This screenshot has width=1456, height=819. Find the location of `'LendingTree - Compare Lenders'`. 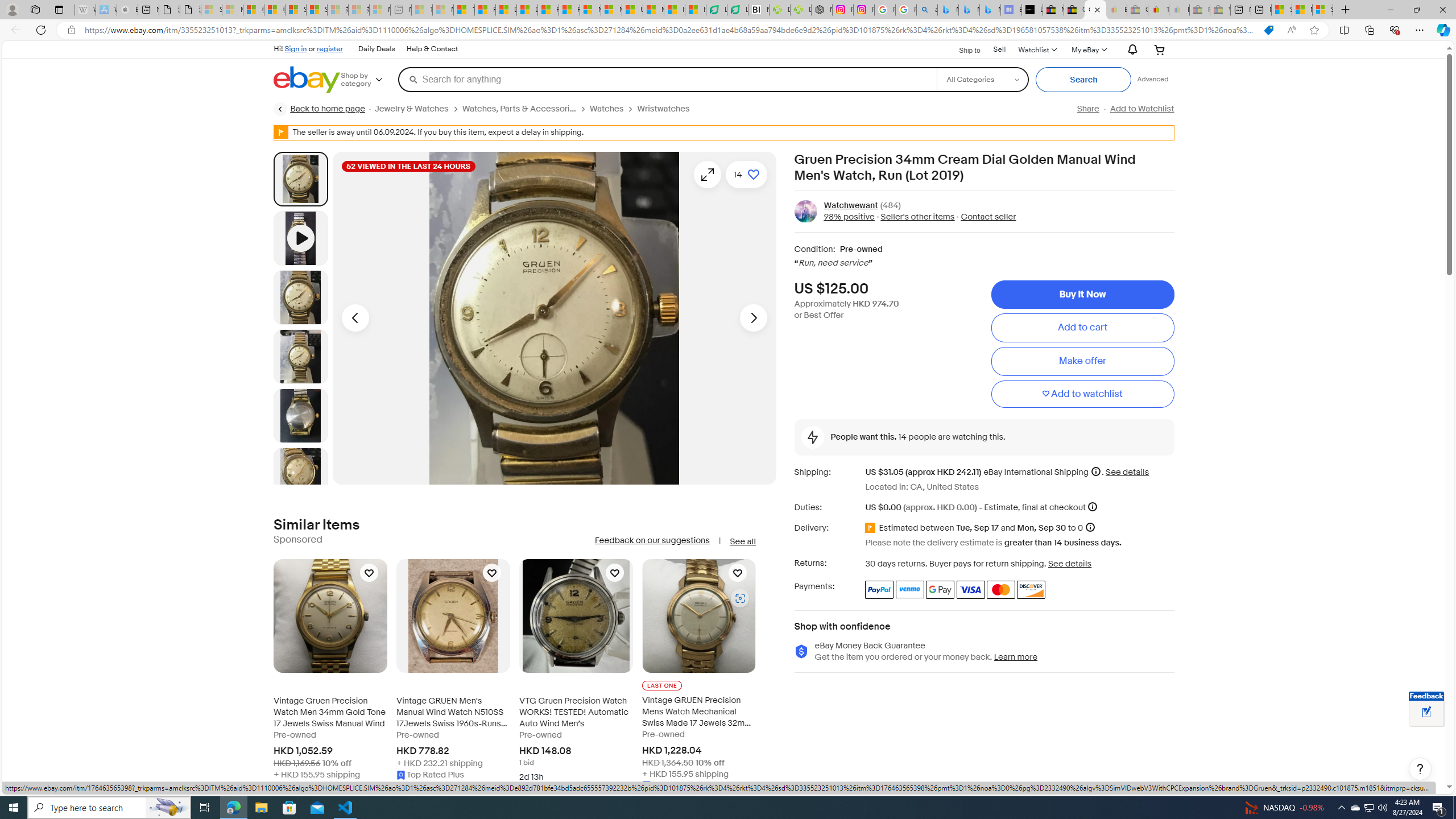

'LendingTree - Compare Lenders' is located at coordinates (737, 9).